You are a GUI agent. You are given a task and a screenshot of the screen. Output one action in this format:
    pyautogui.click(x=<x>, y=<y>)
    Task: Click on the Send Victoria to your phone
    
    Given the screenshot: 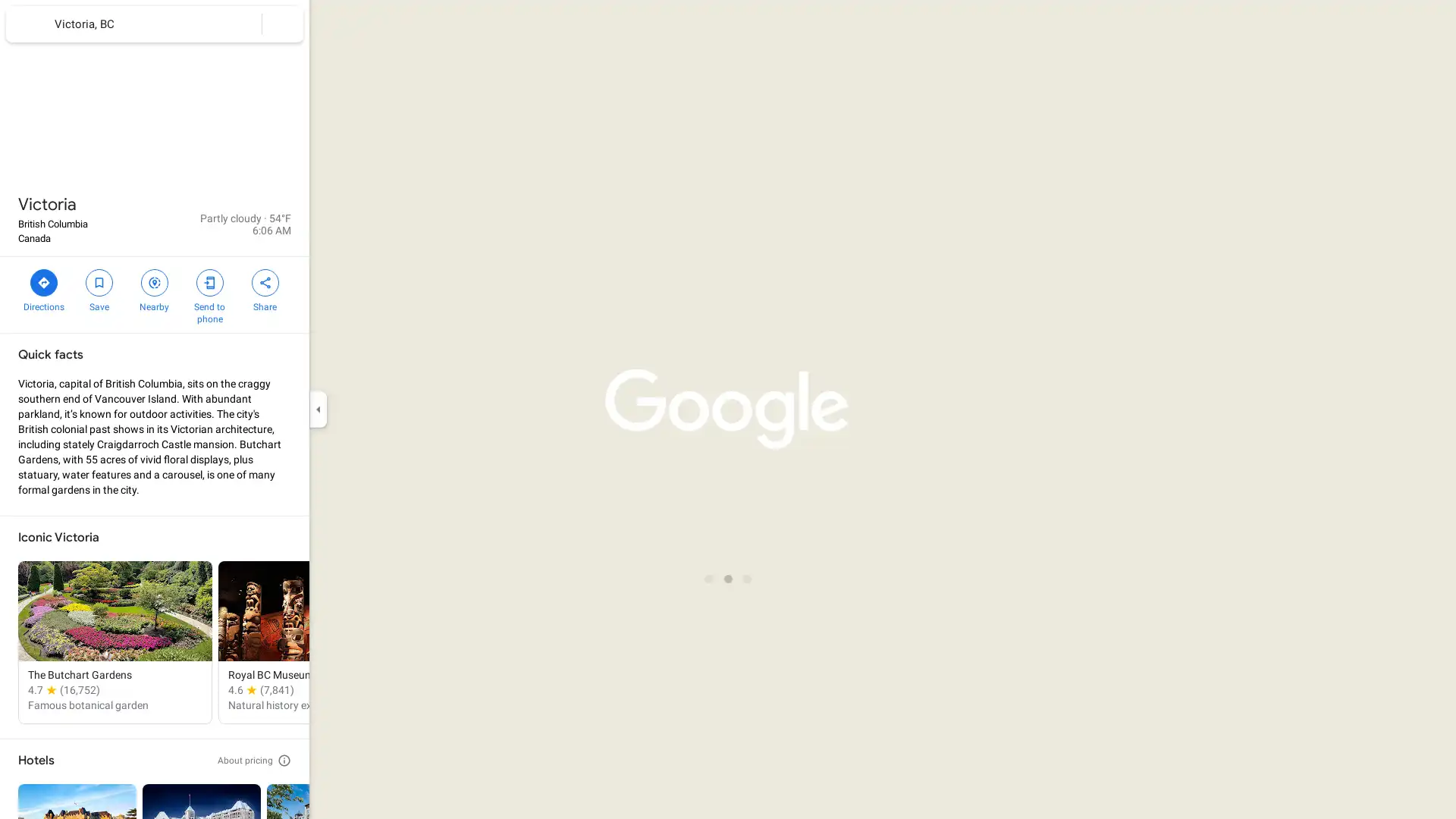 What is the action you would take?
    pyautogui.click(x=209, y=295)
    